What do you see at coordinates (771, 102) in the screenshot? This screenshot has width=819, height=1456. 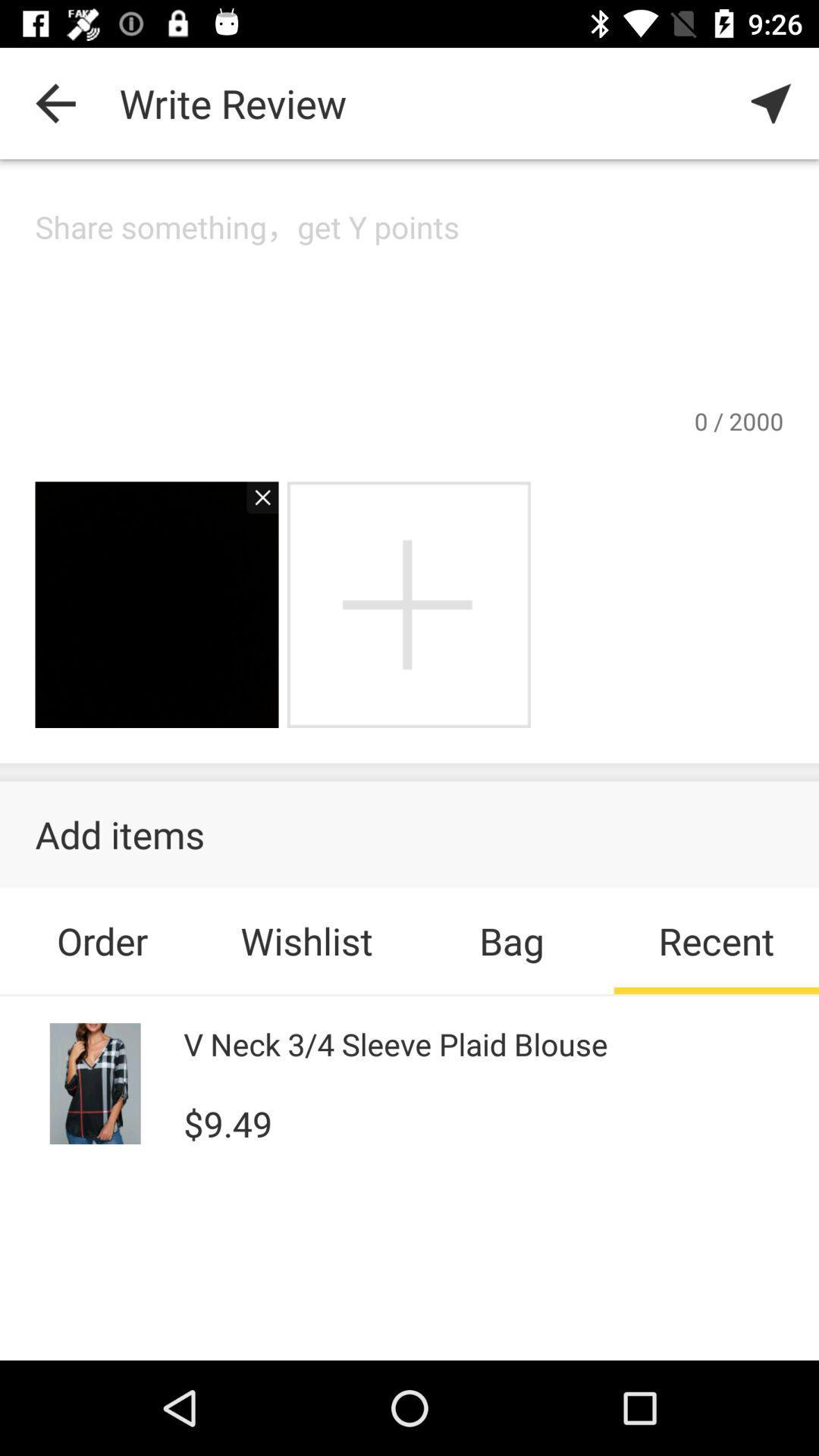 I see `app next to the write review` at bounding box center [771, 102].